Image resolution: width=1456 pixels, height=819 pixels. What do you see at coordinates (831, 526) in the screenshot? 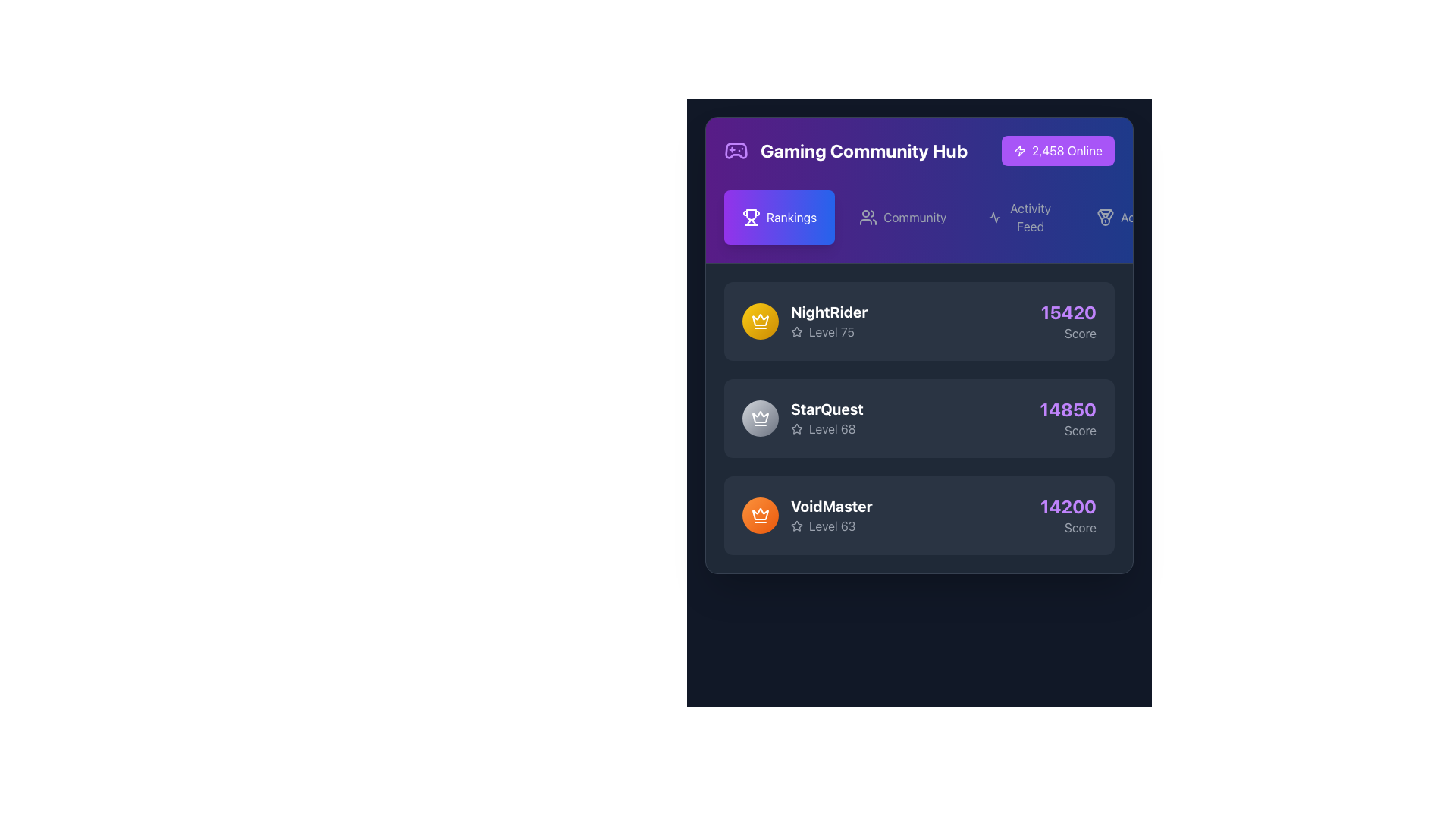
I see `the text label displaying 'Level 63' in light gray, which is part of the ranking list for player 'VoidMaster'` at bounding box center [831, 526].